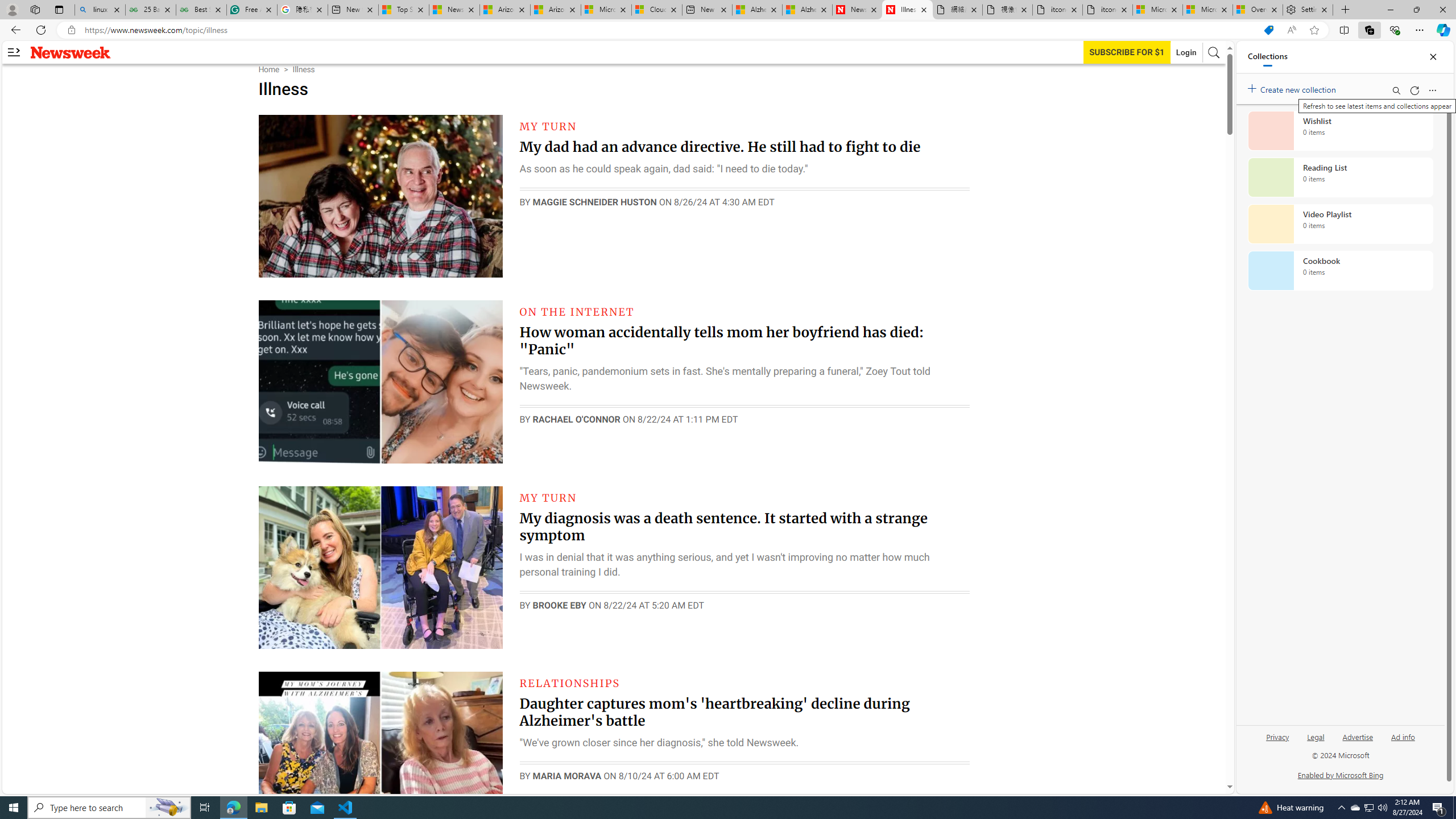  Describe the element at coordinates (907, 9) in the screenshot. I see `'Illness news & latest pictures from Newsweek.com'` at that location.